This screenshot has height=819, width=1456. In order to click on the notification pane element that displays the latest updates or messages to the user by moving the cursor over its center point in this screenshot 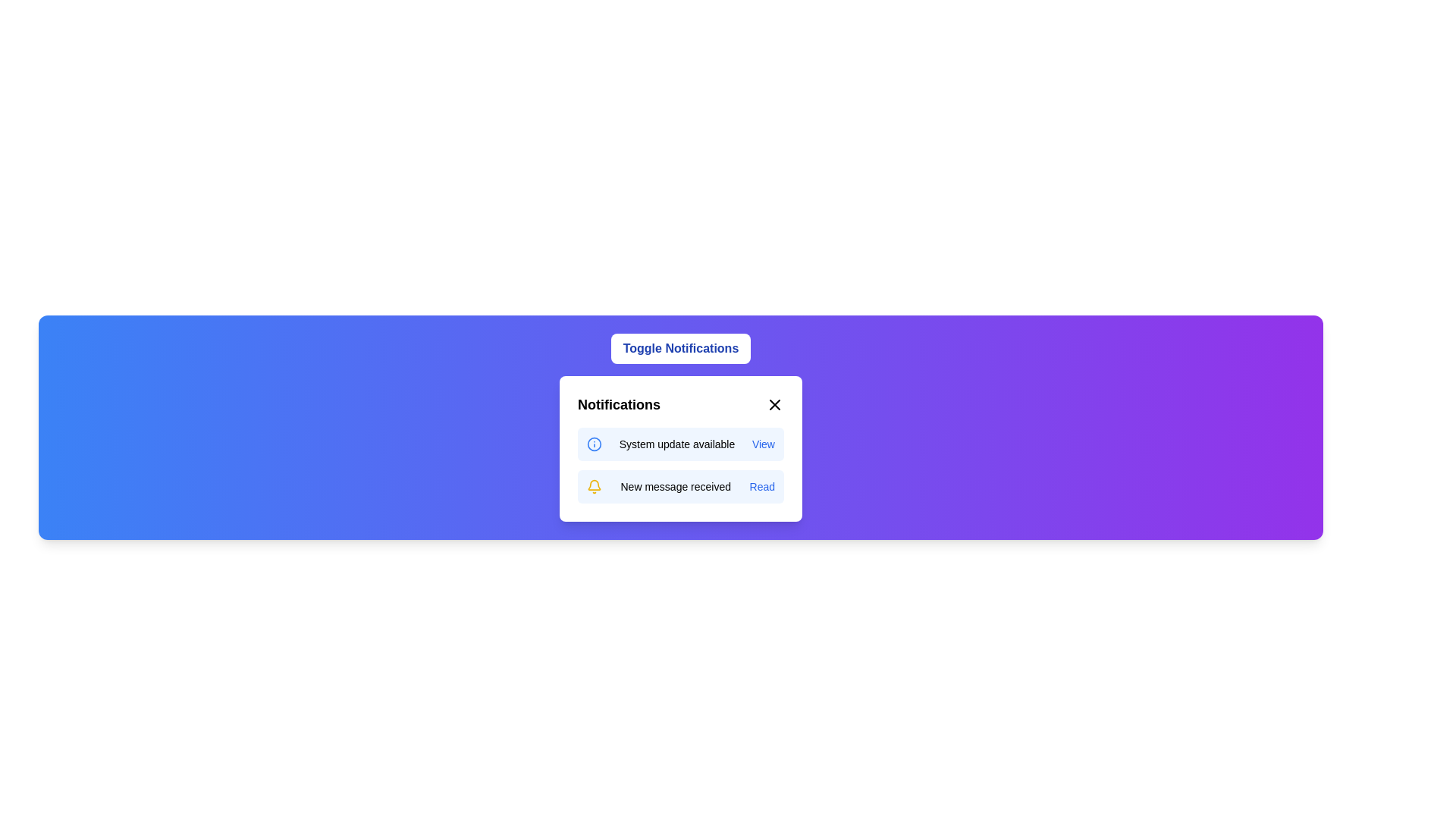, I will do `click(679, 447)`.